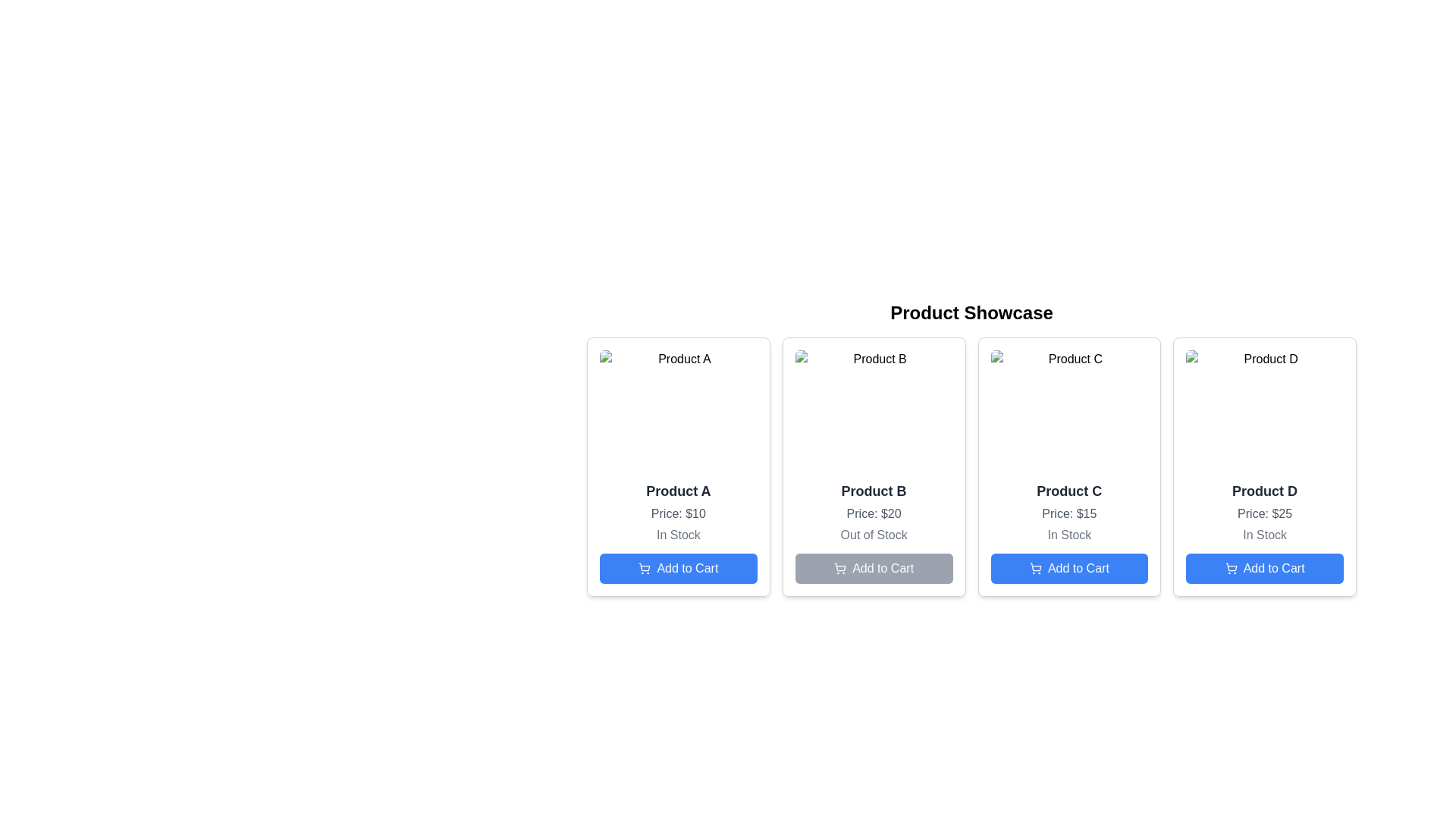 The height and width of the screenshot is (819, 1456). I want to click on the shopping cart icon within the 'Add to Cart' button in the third card labeled 'Product B', so click(839, 568).